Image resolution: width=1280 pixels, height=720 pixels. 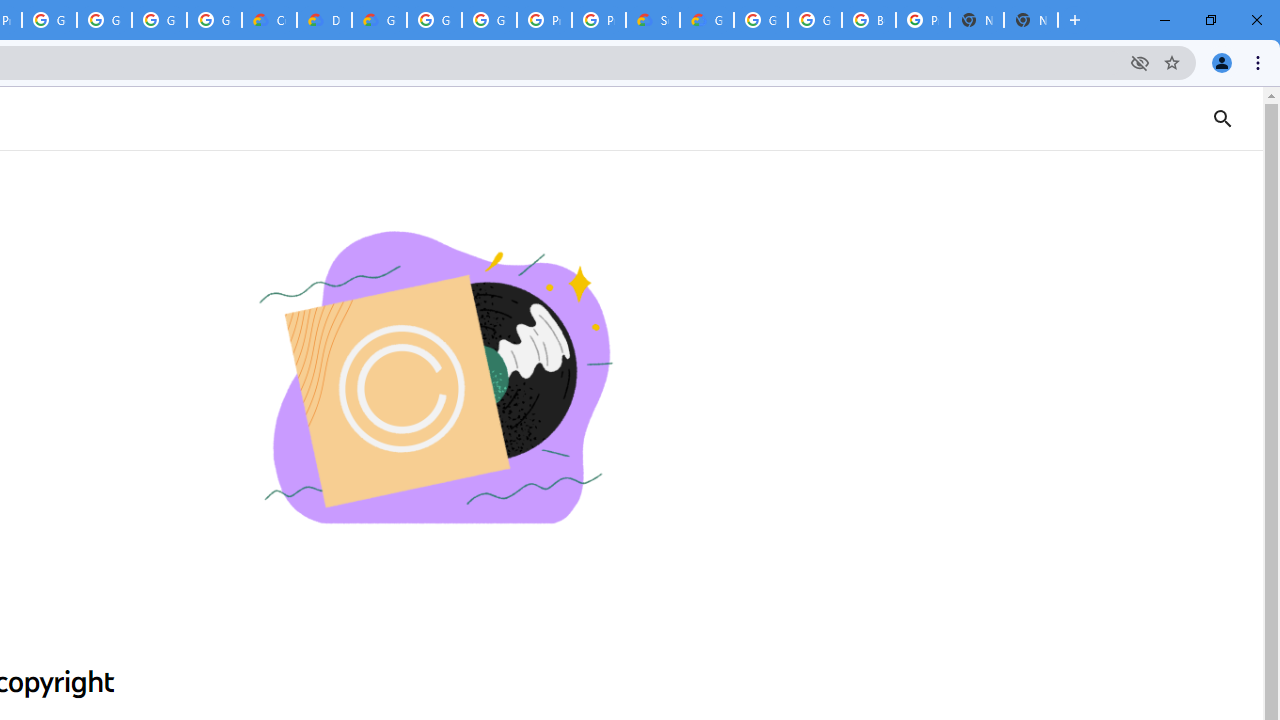 I want to click on 'Restore', so click(x=1209, y=20).